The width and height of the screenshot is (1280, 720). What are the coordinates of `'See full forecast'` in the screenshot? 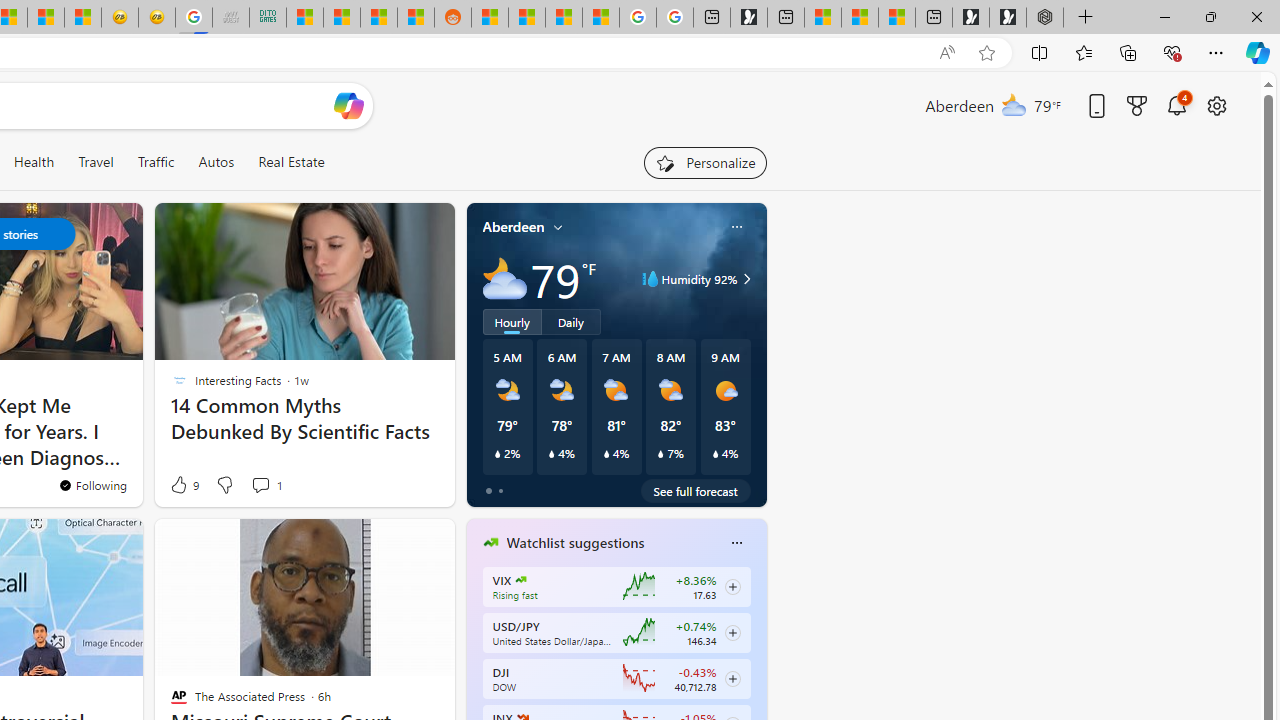 It's located at (695, 491).